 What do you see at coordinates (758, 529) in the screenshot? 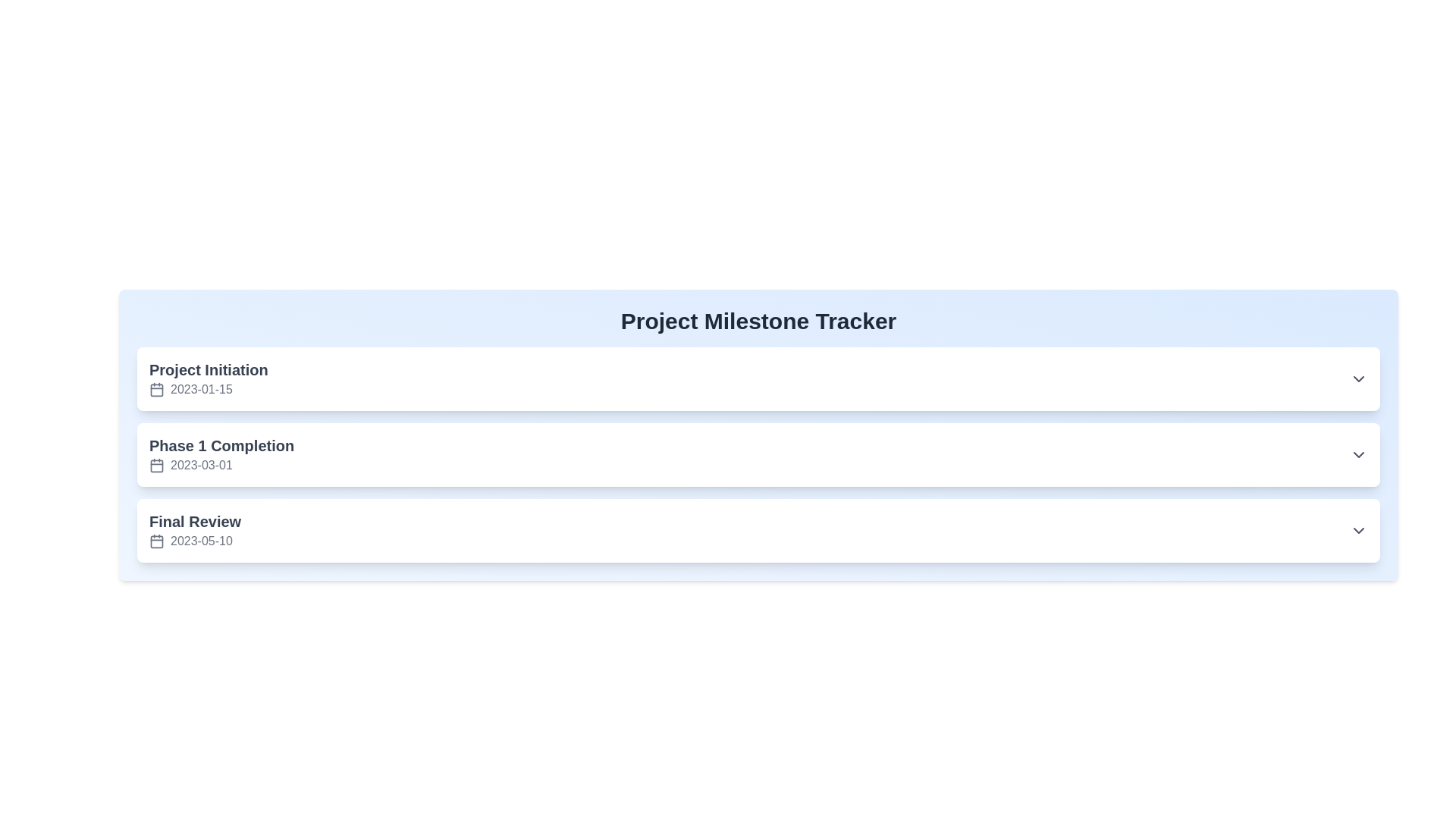
I see `the milestone entry labeled 'Final Review' in the Project Milestone Tracker` at bounding box center [758, 529].